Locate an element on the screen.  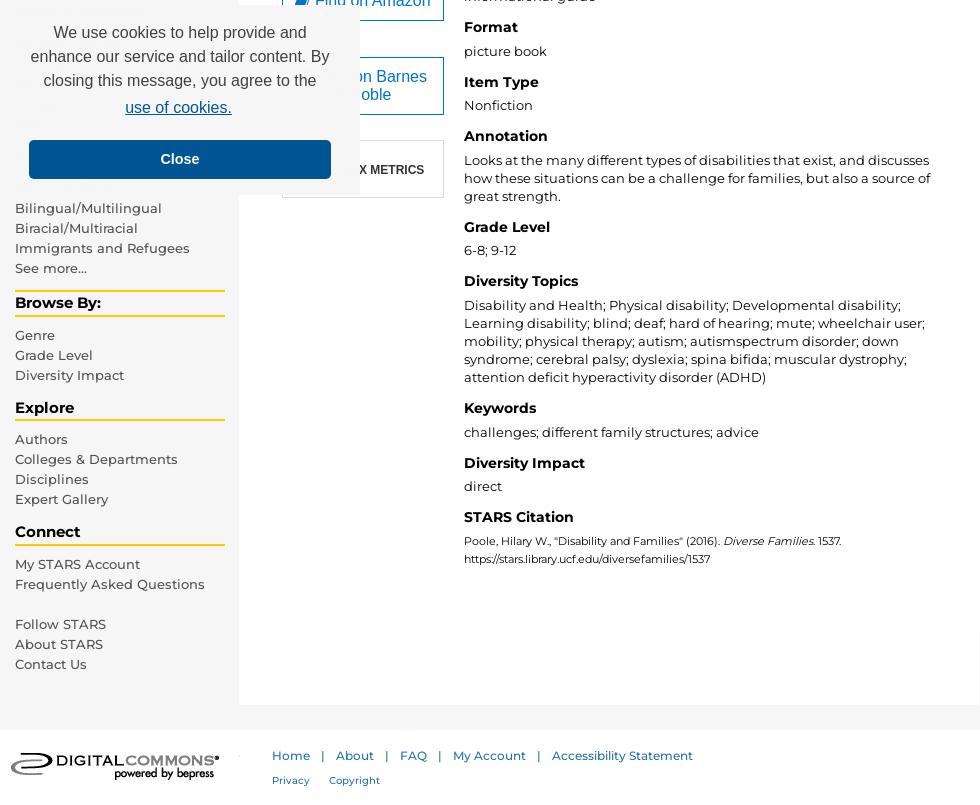
'Developmental Disability' is located at coordinates (99, 62).